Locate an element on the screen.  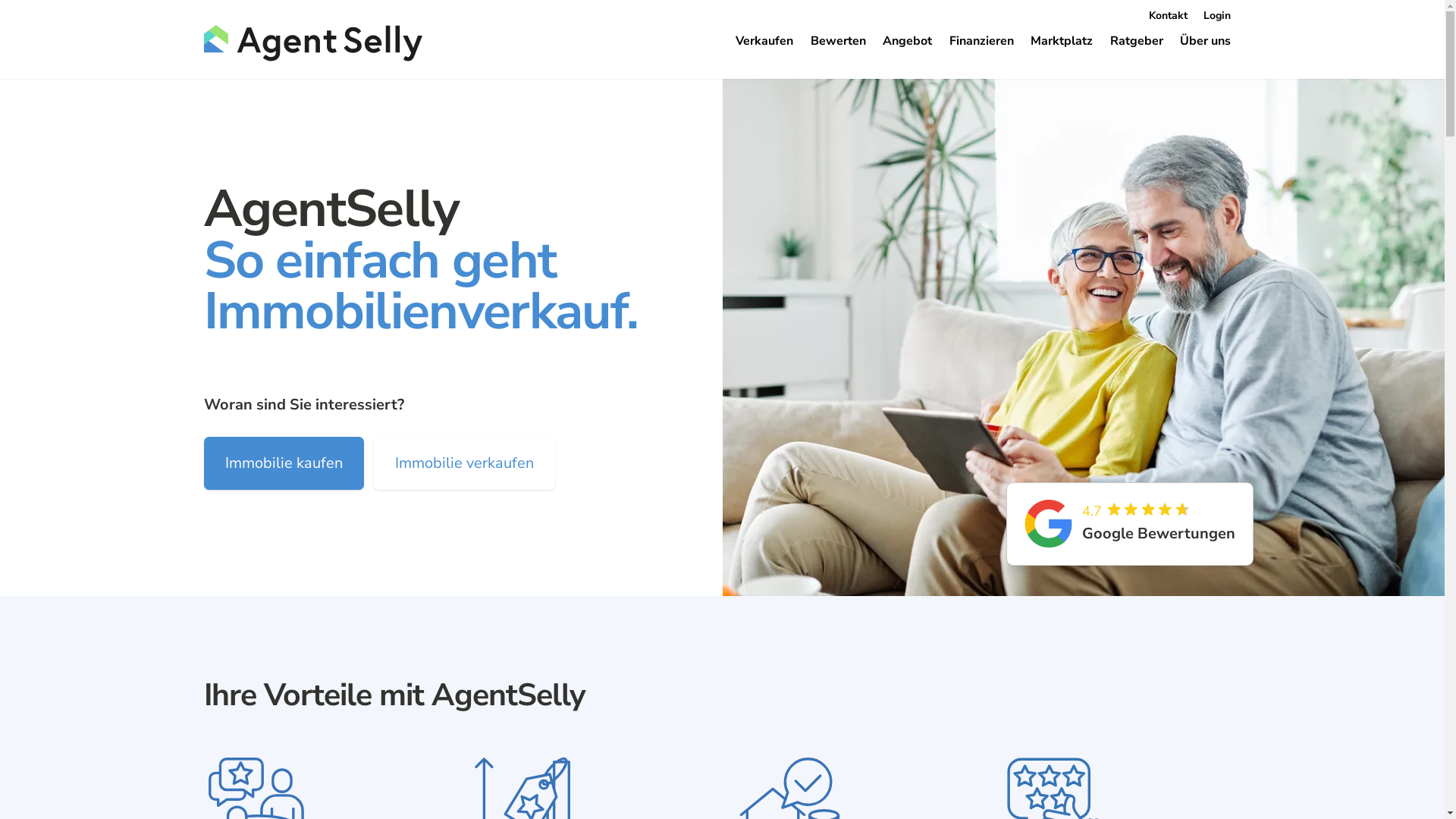
'Kontakt' is located at coordinates (1167, 14).